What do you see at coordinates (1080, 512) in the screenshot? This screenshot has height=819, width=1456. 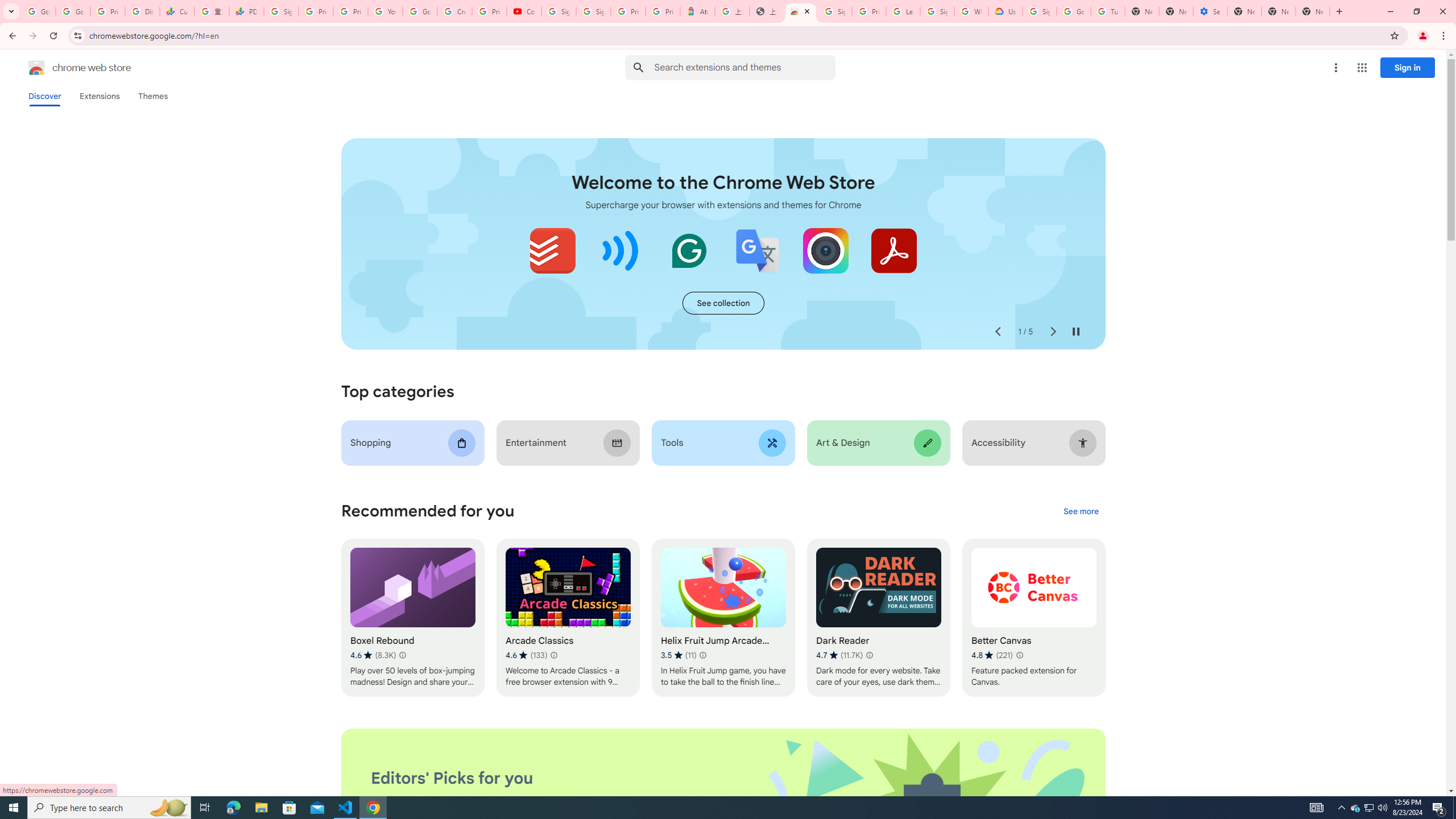 I see `'See more personalized recommendations'` at bounding box center [1080, 512].